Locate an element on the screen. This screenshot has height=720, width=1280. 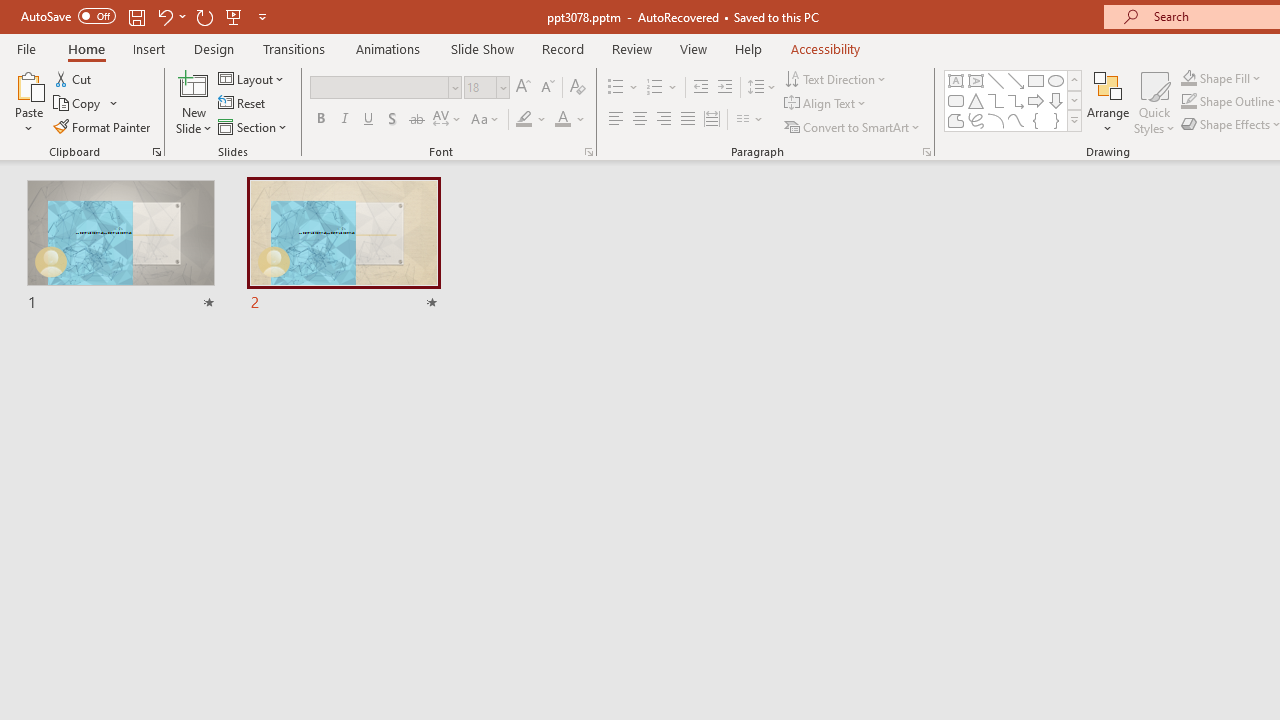
'Slide Show' is located at coordinates (481, 48).